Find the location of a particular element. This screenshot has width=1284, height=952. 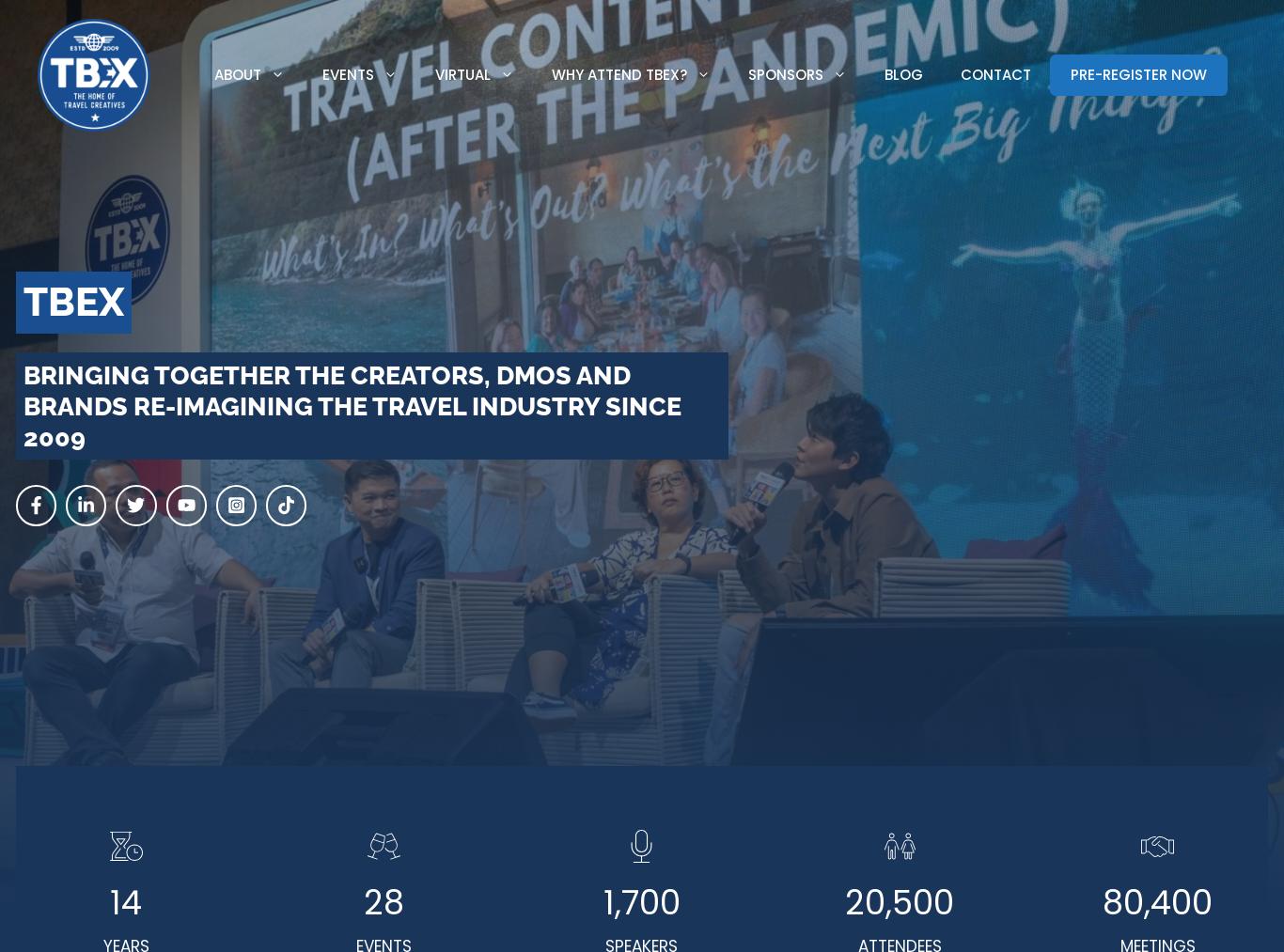

'Bringing Together the Creators, DMOs and Brands re-imagining the Travel Industry Since 2009' is located at coordinates (351, 404).